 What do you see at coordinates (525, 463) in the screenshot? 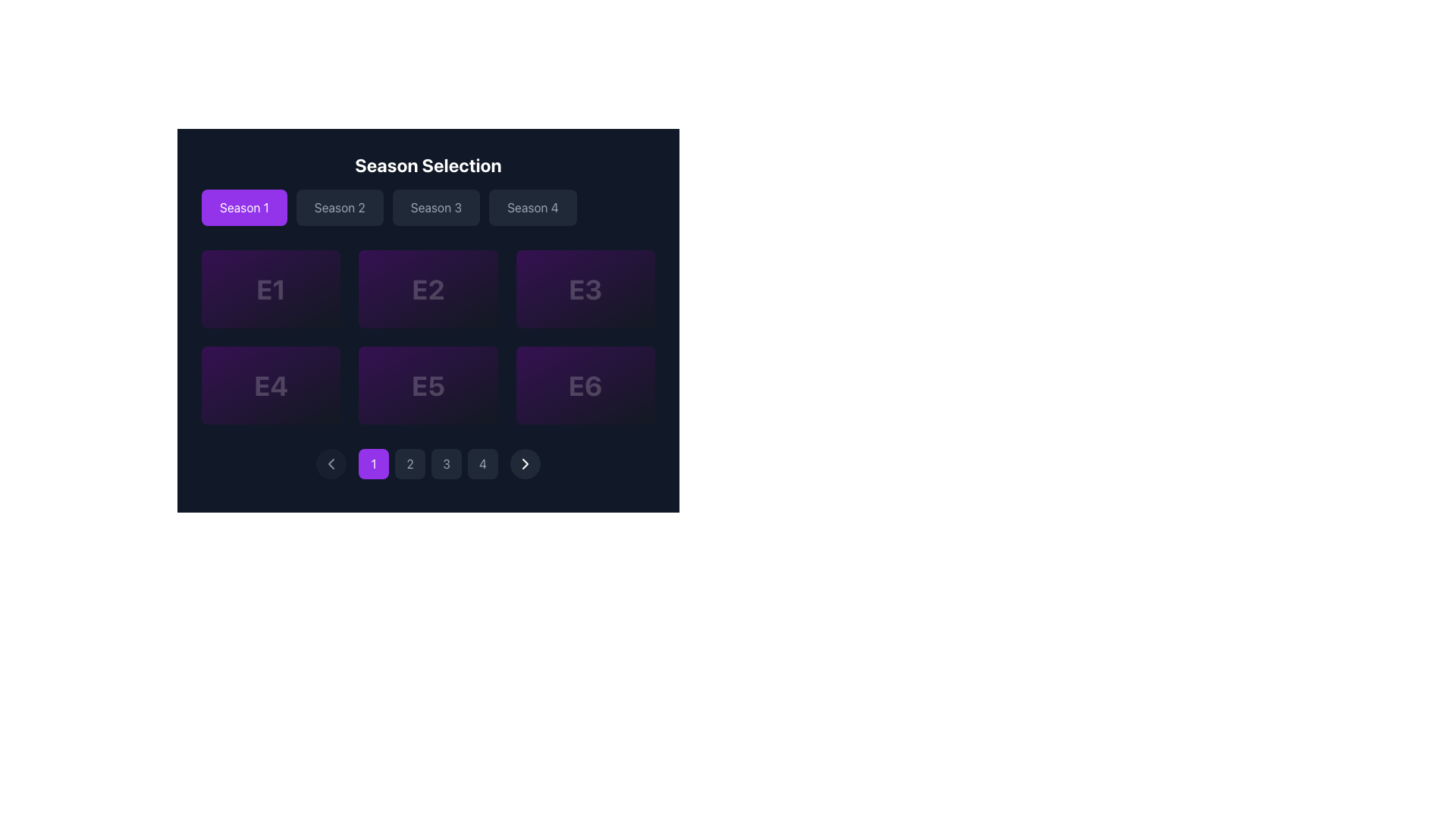
I see `the right-chevron icon in the pagination control area` at bounding box center [525, 463].